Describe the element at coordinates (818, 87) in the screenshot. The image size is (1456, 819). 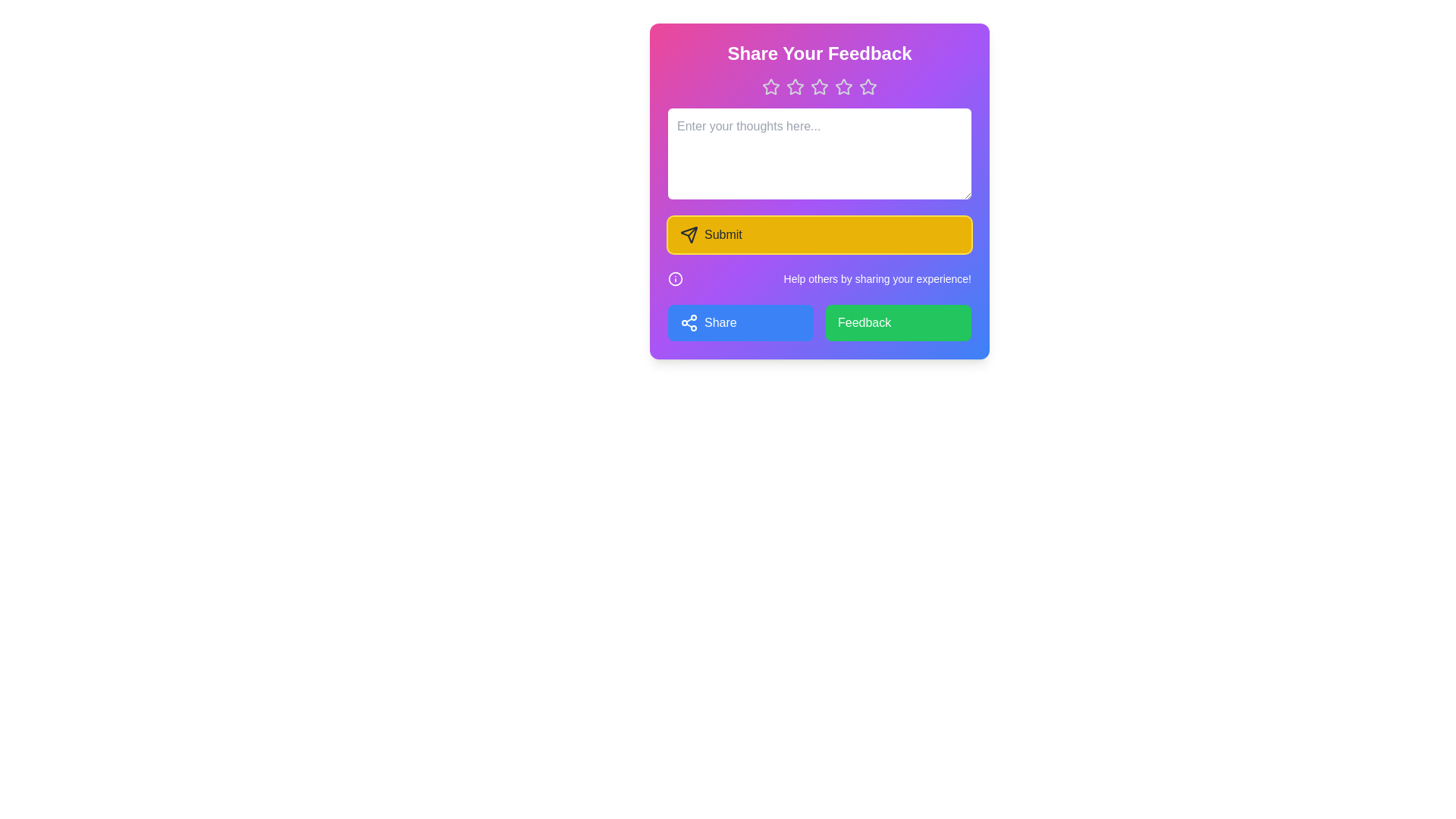
I see `the third star icon in the rating system to trigger the scaling effect` at that location.